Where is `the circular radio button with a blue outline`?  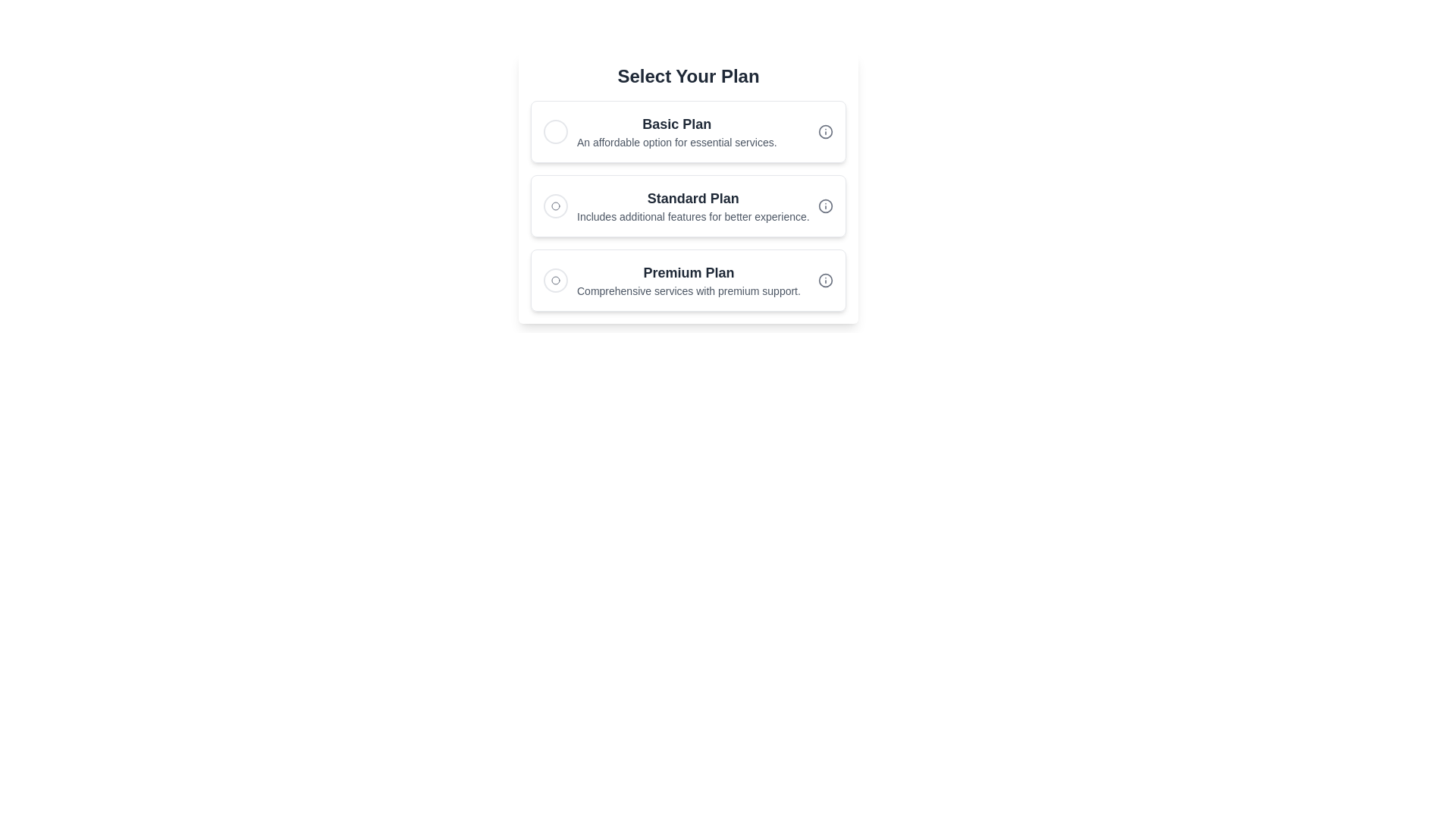
the circular radio button with a blue outline is located at coordinates (555, 281).